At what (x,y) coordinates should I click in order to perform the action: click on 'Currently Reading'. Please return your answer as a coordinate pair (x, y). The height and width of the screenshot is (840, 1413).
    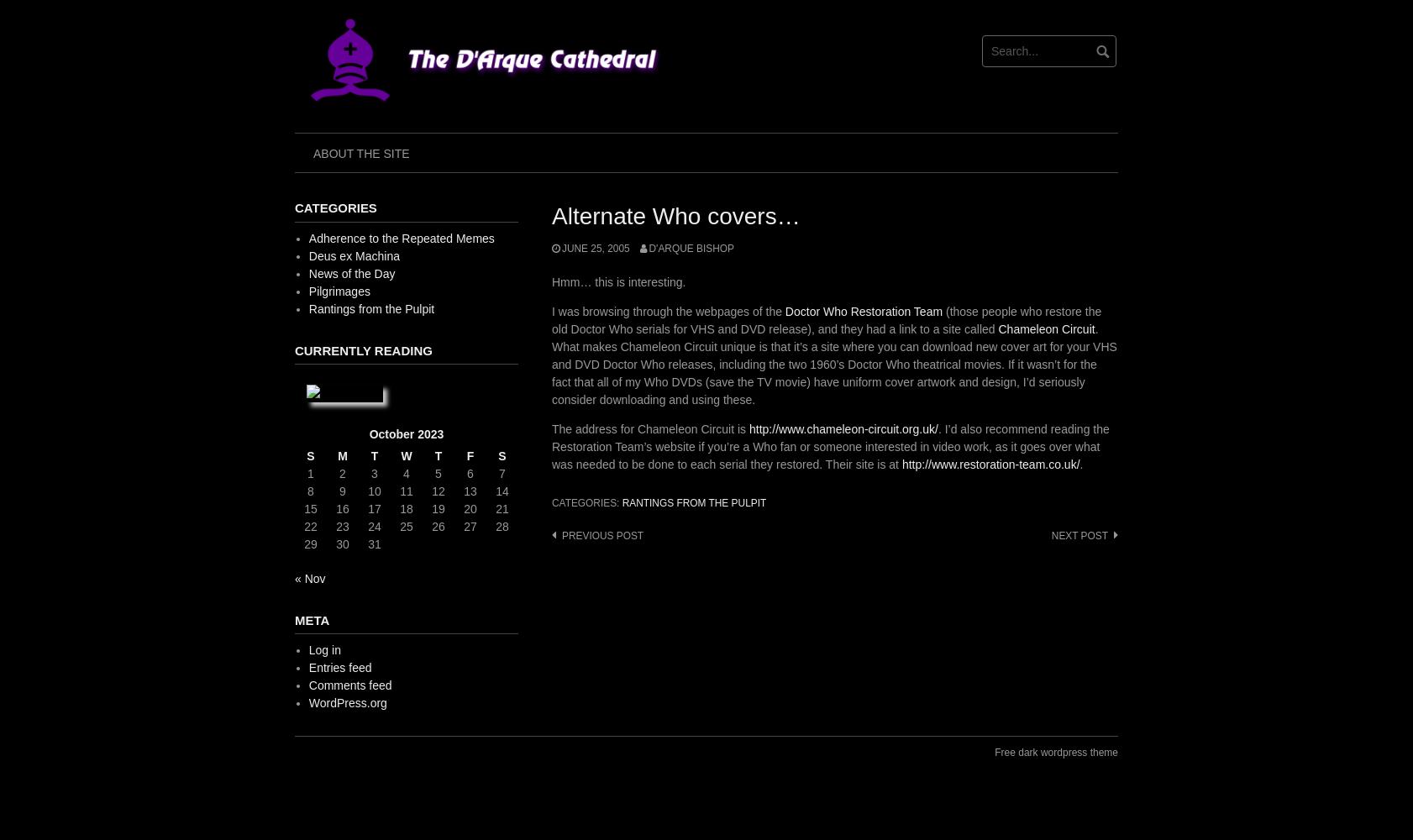
    Looking at the image, I should click on (363, 349).